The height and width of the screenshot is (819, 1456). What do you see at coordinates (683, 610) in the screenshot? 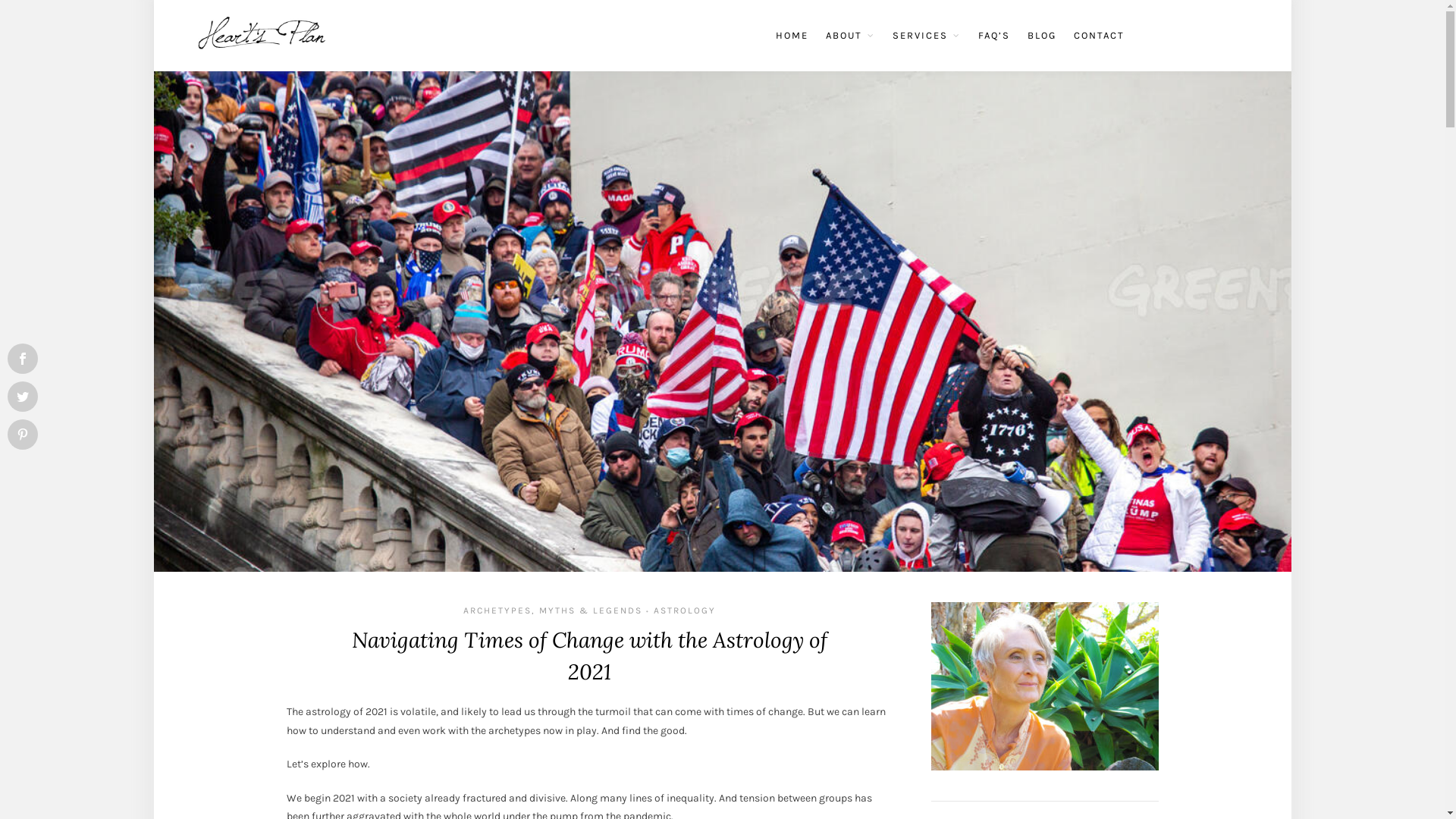
I see `'ASTROLOGY'` at bounding box center [683, 610].